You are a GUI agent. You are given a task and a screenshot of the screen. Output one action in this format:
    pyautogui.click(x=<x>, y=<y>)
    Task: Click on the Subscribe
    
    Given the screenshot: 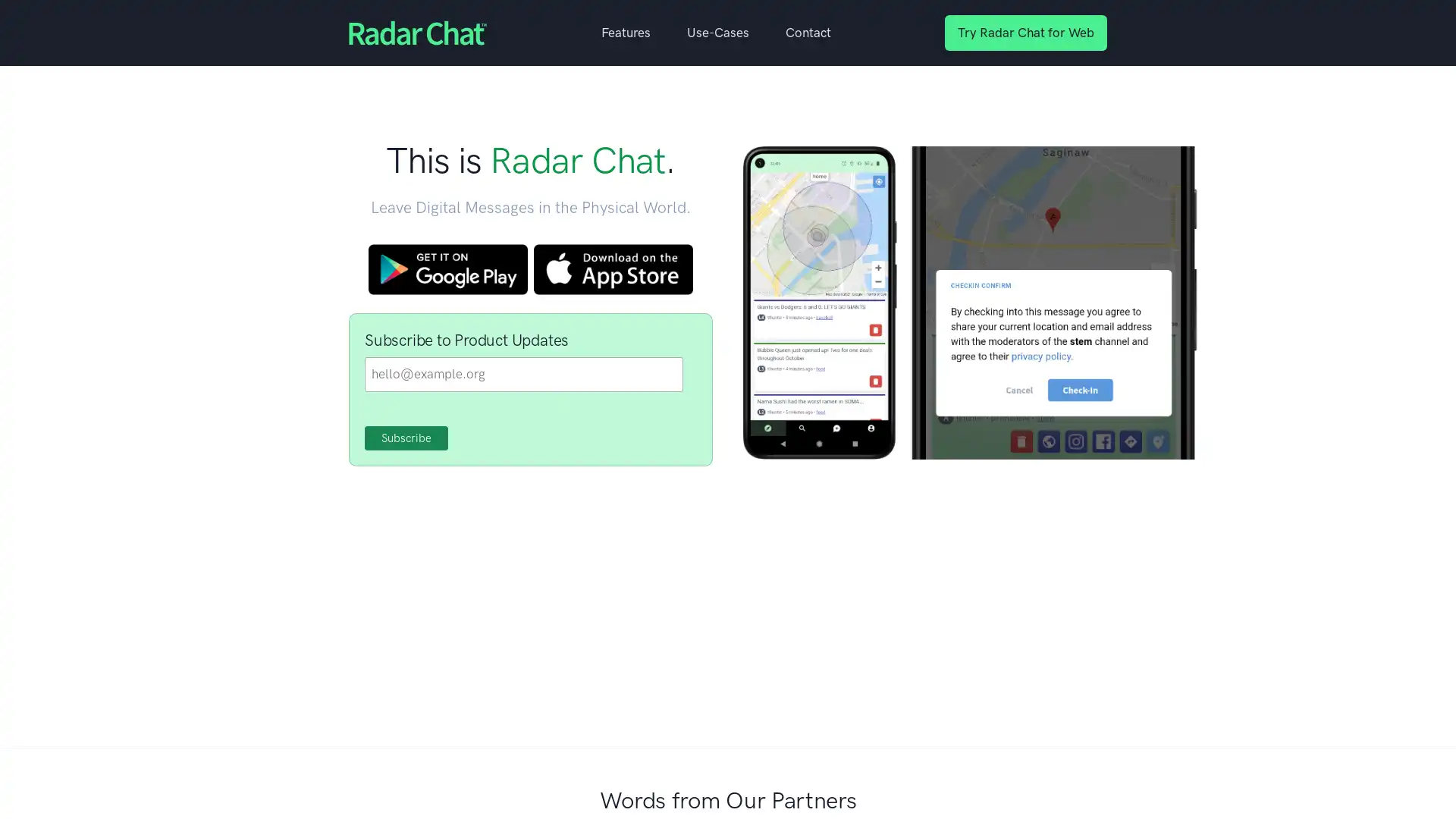 What is the action you would take?
    pyautogui.click(x=406, y=438)
    